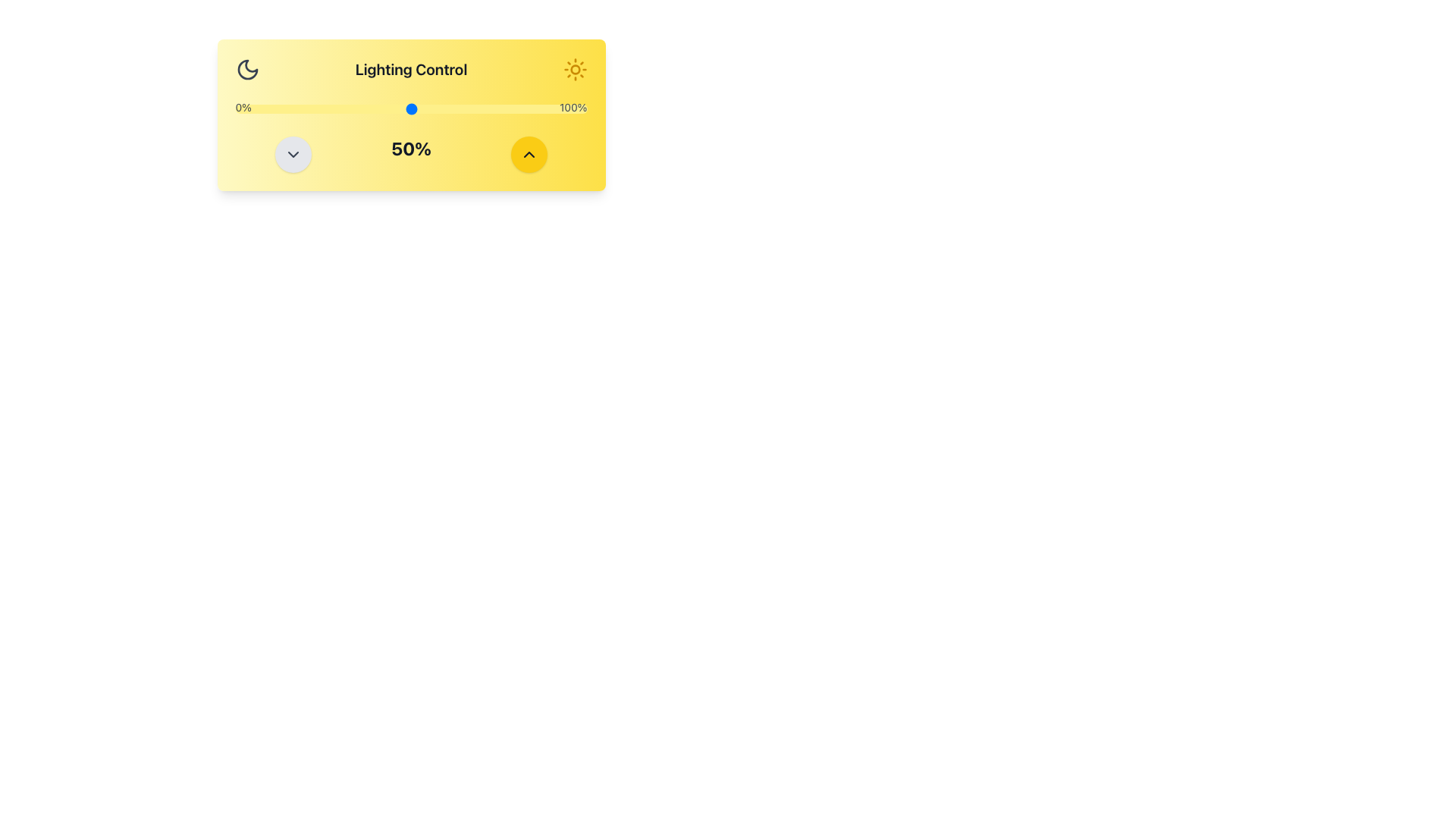 The height and width of the screenshot is (819, 1456). Describe the element at coordinates (442, 108) in the screenshot. I see `the lighting intensity` at that location.